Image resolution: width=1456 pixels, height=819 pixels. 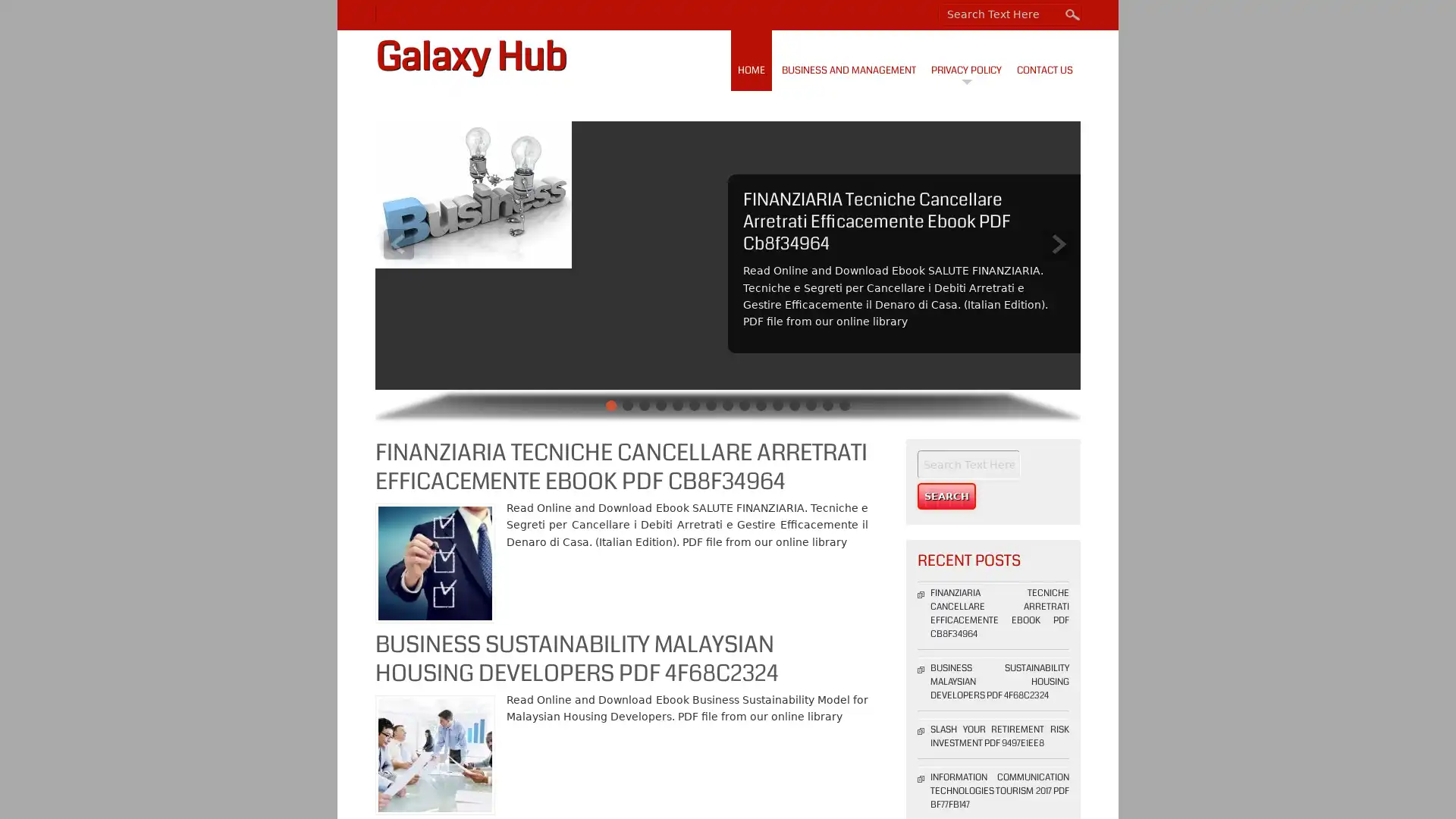 I want to click on Search, so click(x=946, y=496).